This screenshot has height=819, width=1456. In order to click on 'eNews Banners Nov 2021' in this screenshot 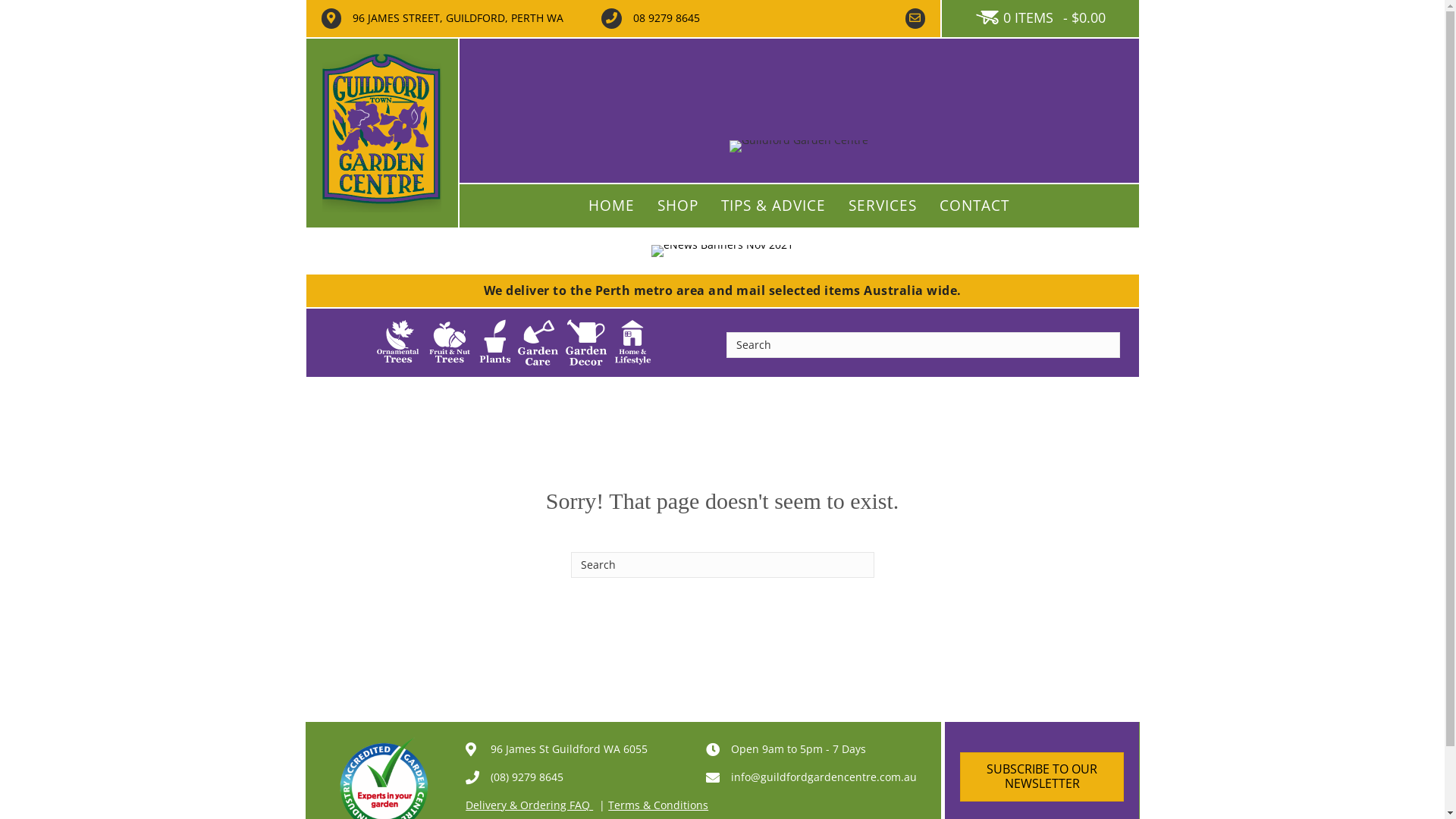, I will do `click(721, 250)`.